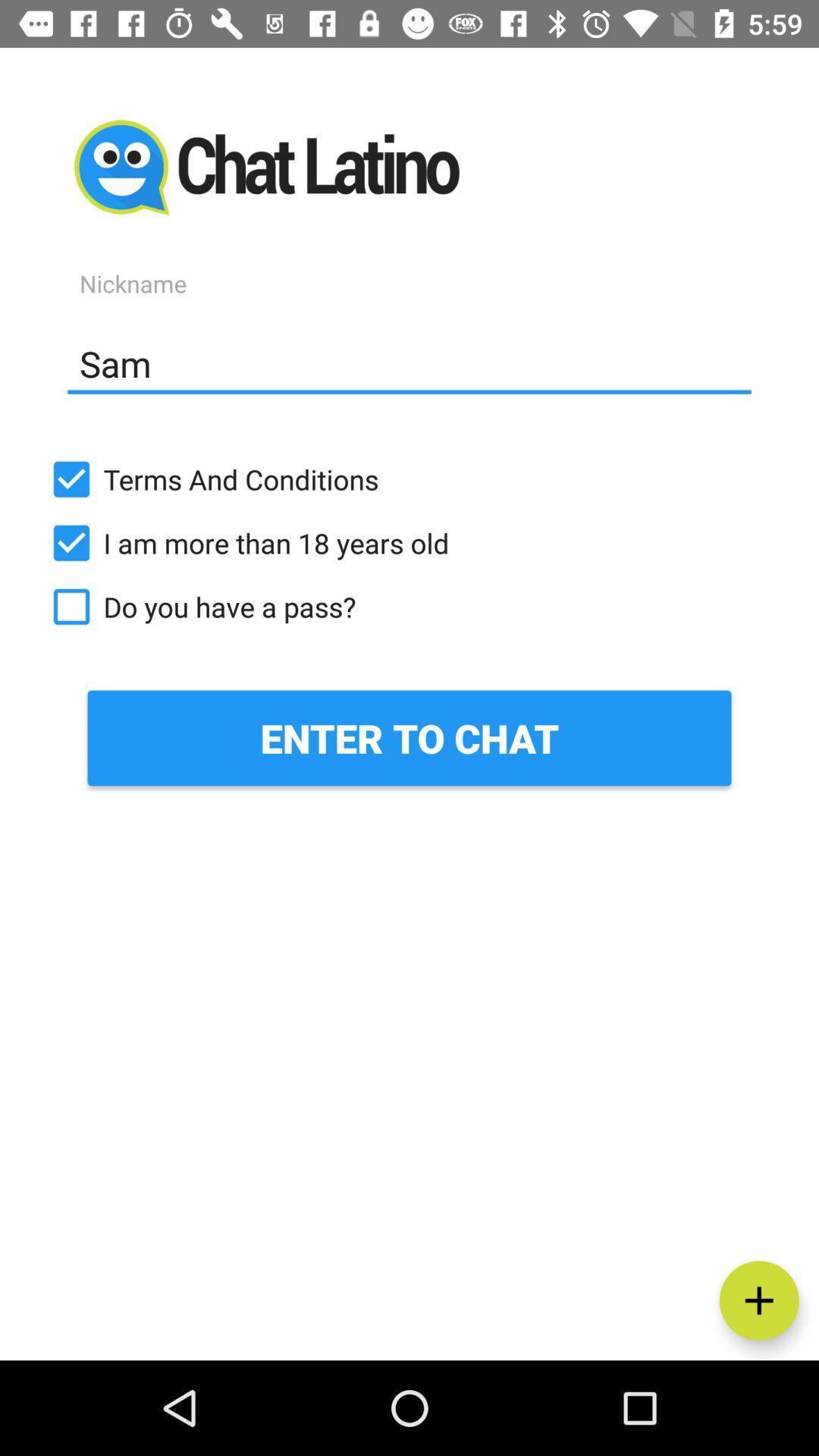 The height and width of the screenshot is (1456, 819). Describe the element at coordinates (409, 479) in the screenshot. I see `the icon below the sam` at that location.